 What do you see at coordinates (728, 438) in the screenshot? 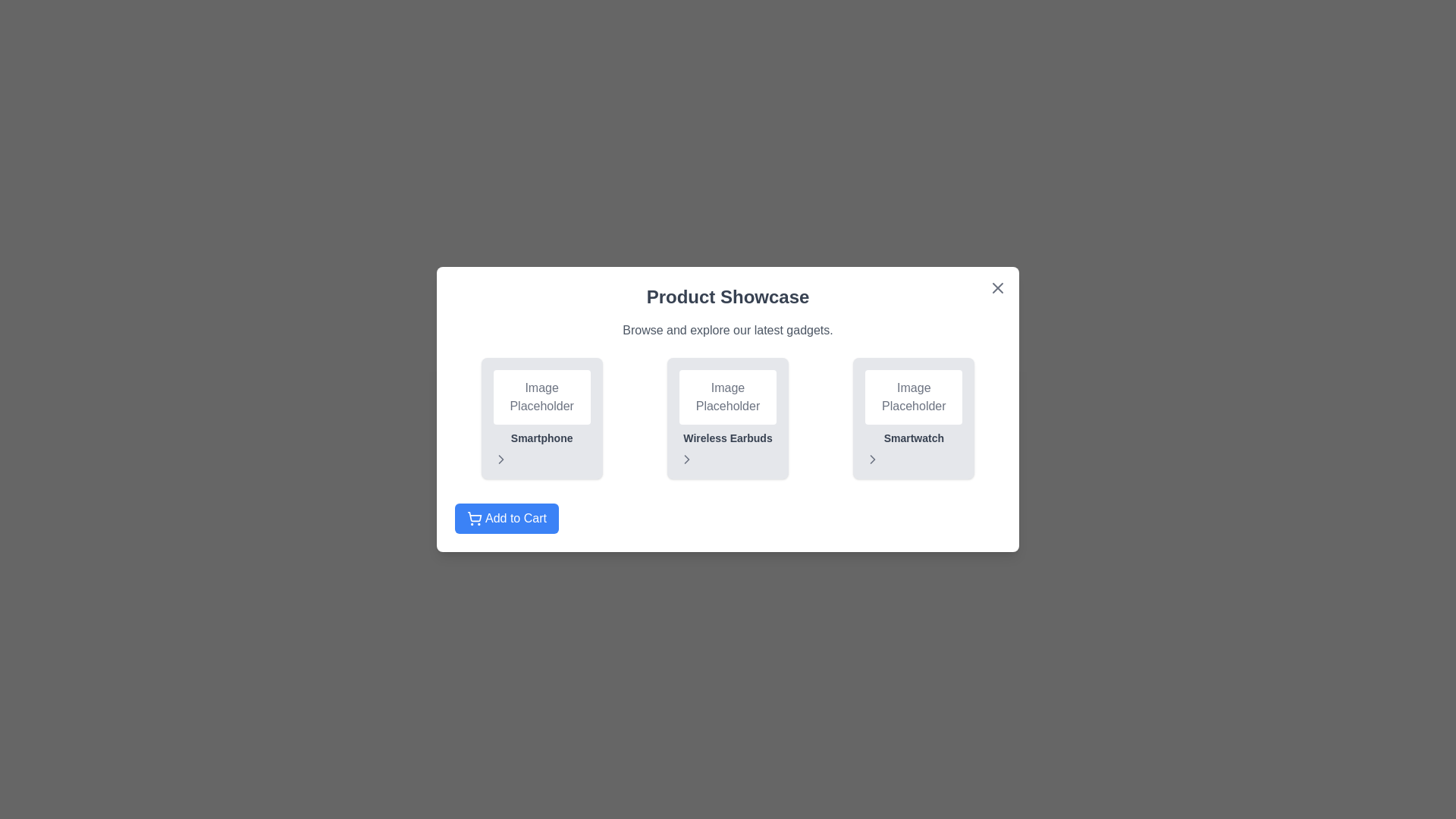
I see `text label that describes the product 'Wireless Earbuds' located in the center of the product showcase interface` at bounding box center [728, 438].